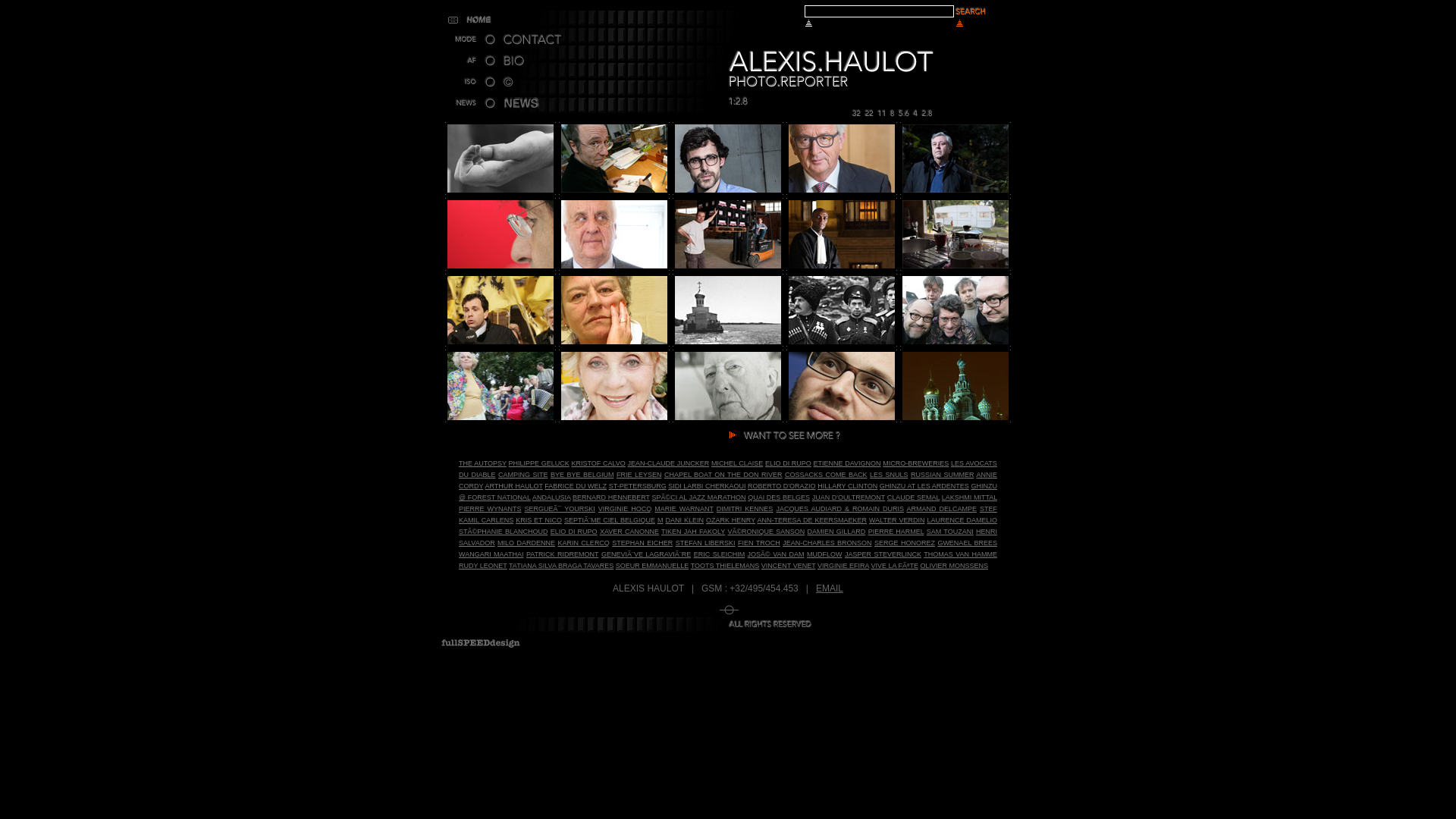 The height and width of the screenshot is (819, 1456). Describe the element at coordinates (724, 565) in the screenshot. I see `'TOOTS THIELEMANS'` at that location.